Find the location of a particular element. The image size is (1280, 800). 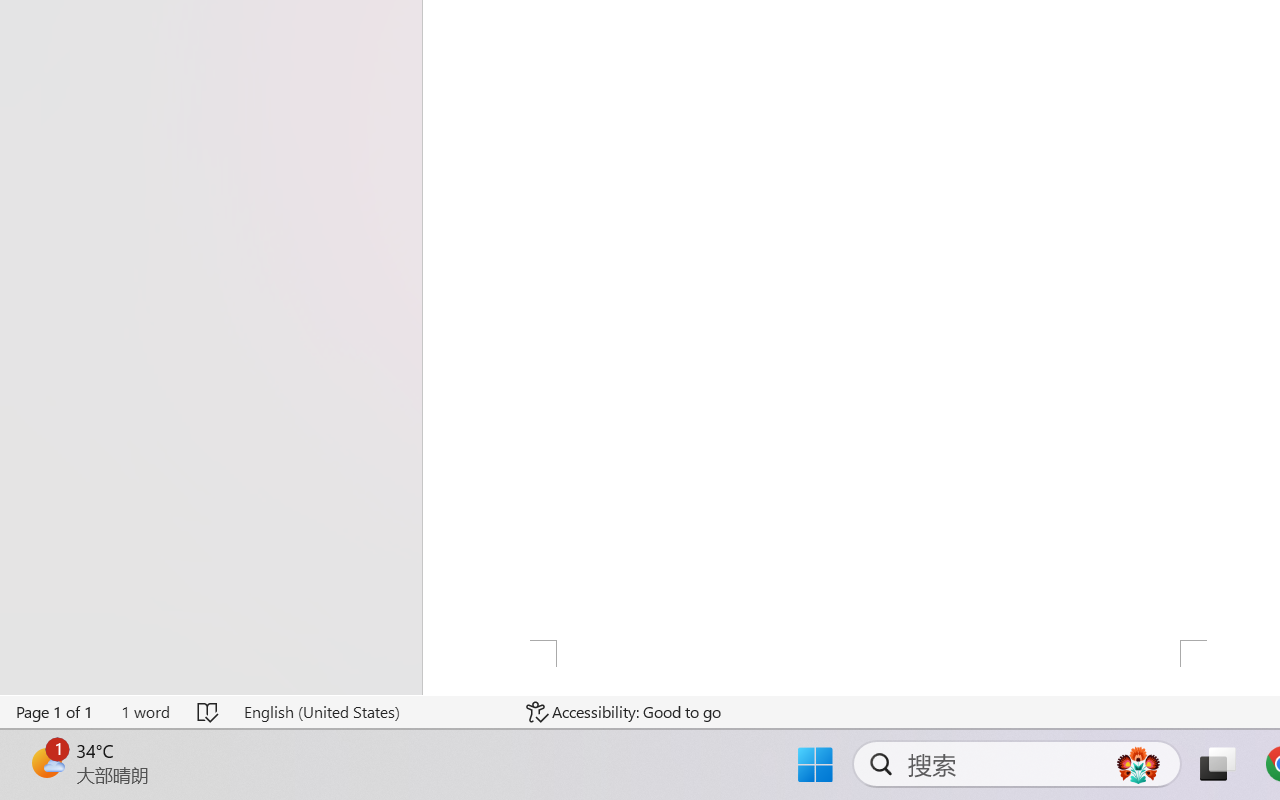

'Language English (United States)' is located at coordinates (371, 711).